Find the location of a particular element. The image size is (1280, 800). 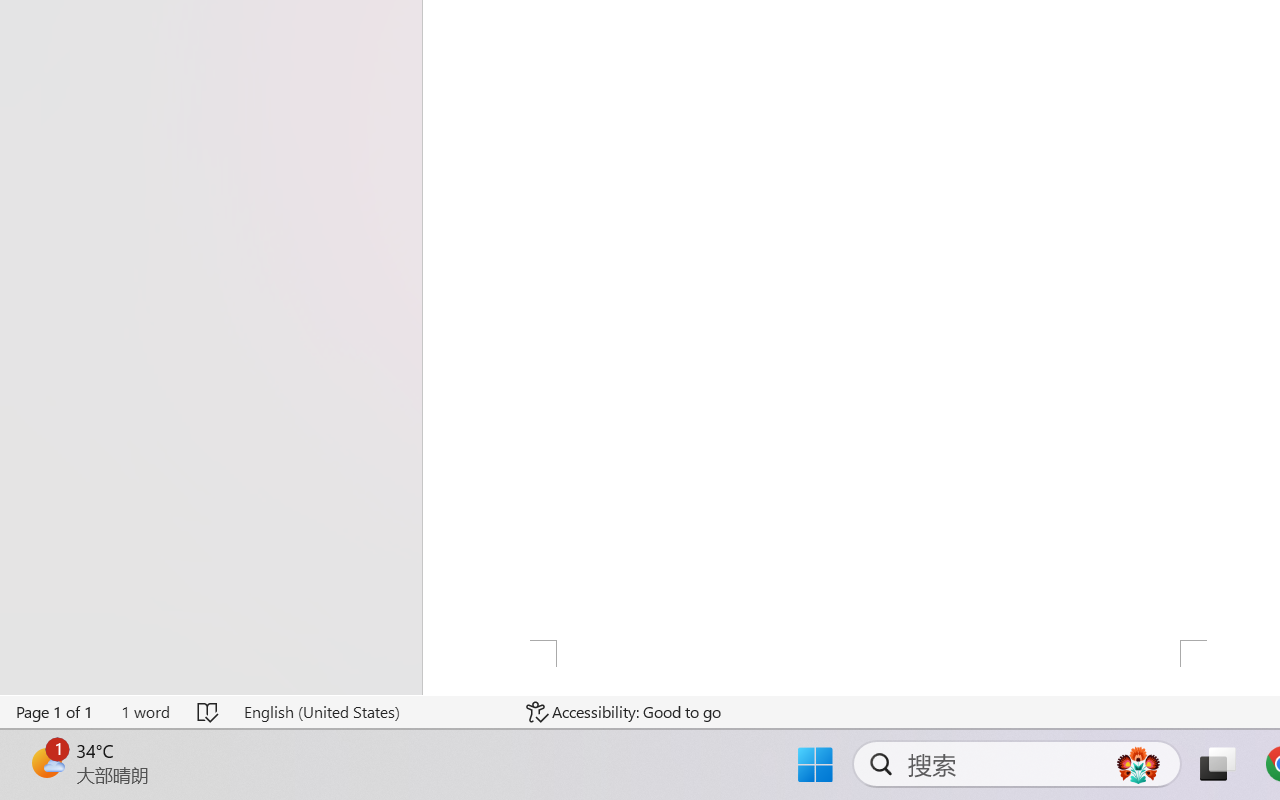

'Language English (United States)' is located at coordinates (371, 711).